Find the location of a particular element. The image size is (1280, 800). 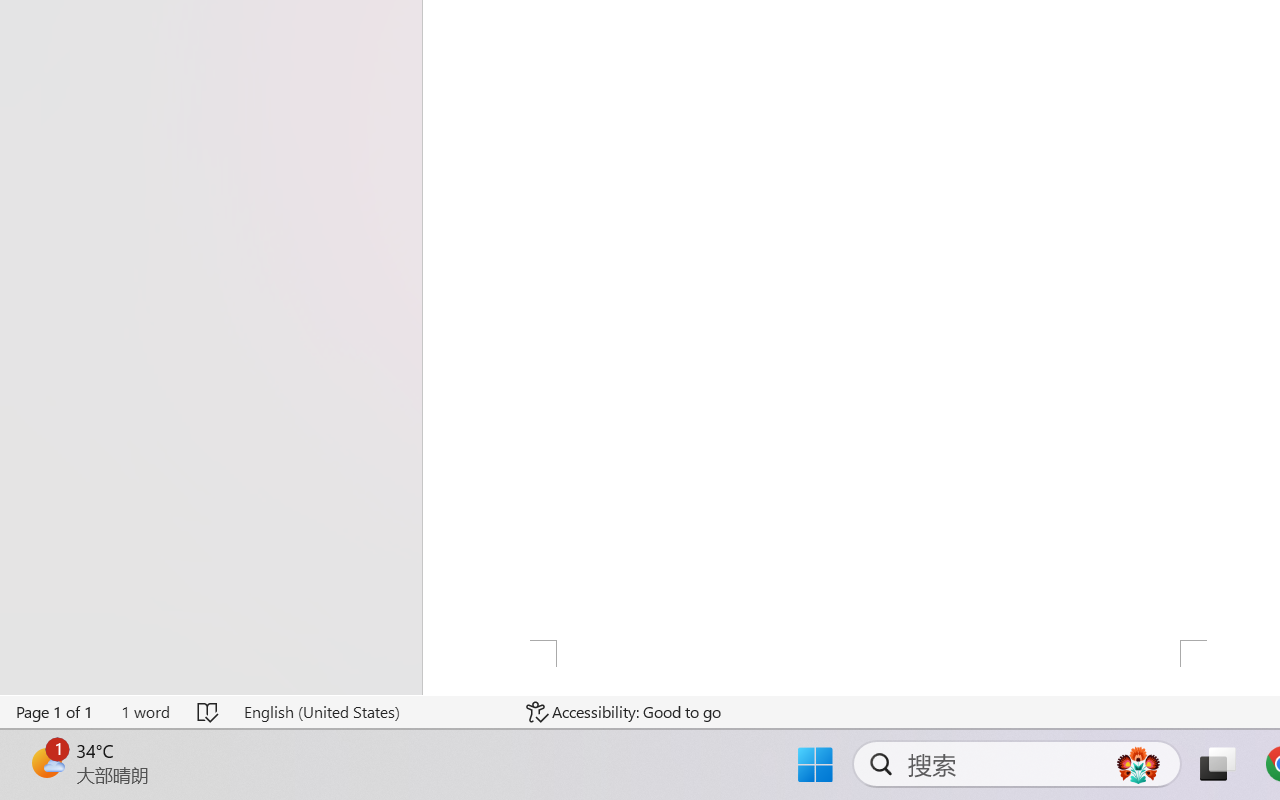

'Language English (United States)' is located at coordinates (371, 711).